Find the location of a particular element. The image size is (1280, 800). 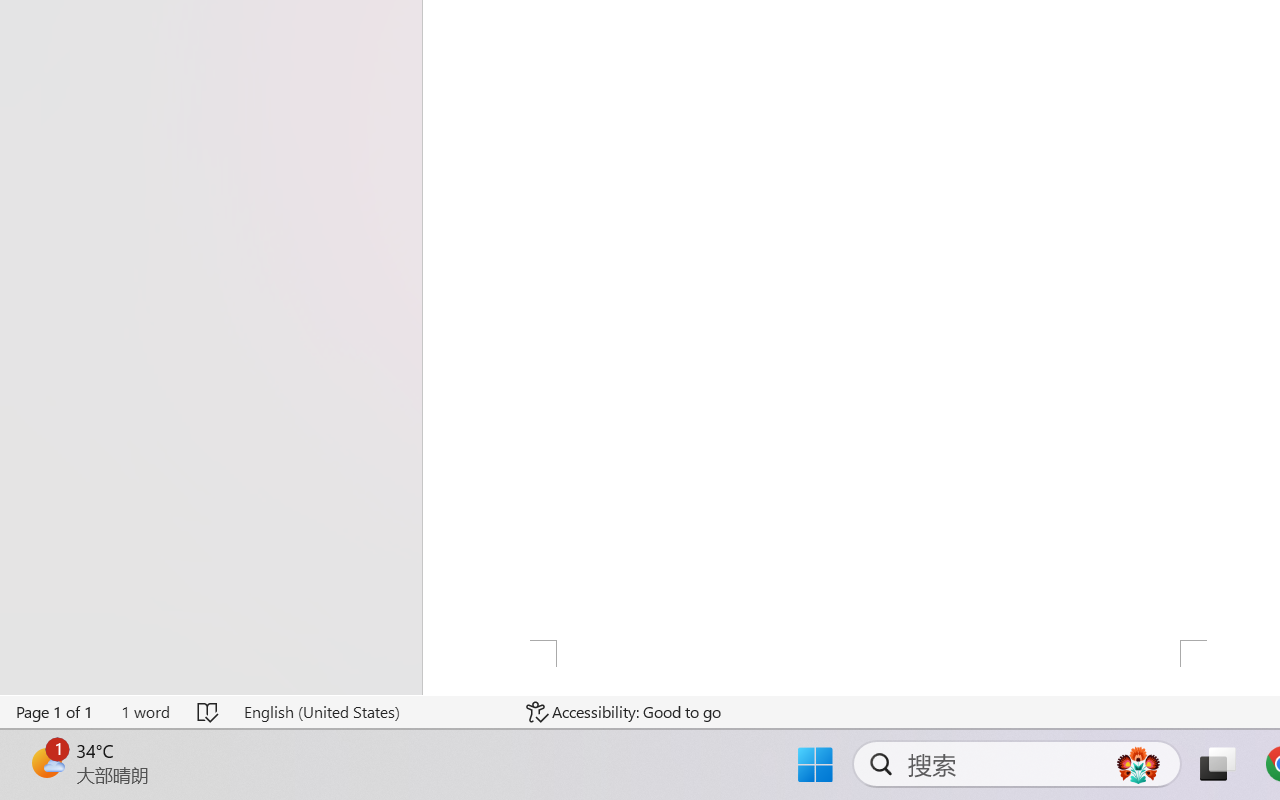

'Language English (United States)' is located at coordinates (371, 711).